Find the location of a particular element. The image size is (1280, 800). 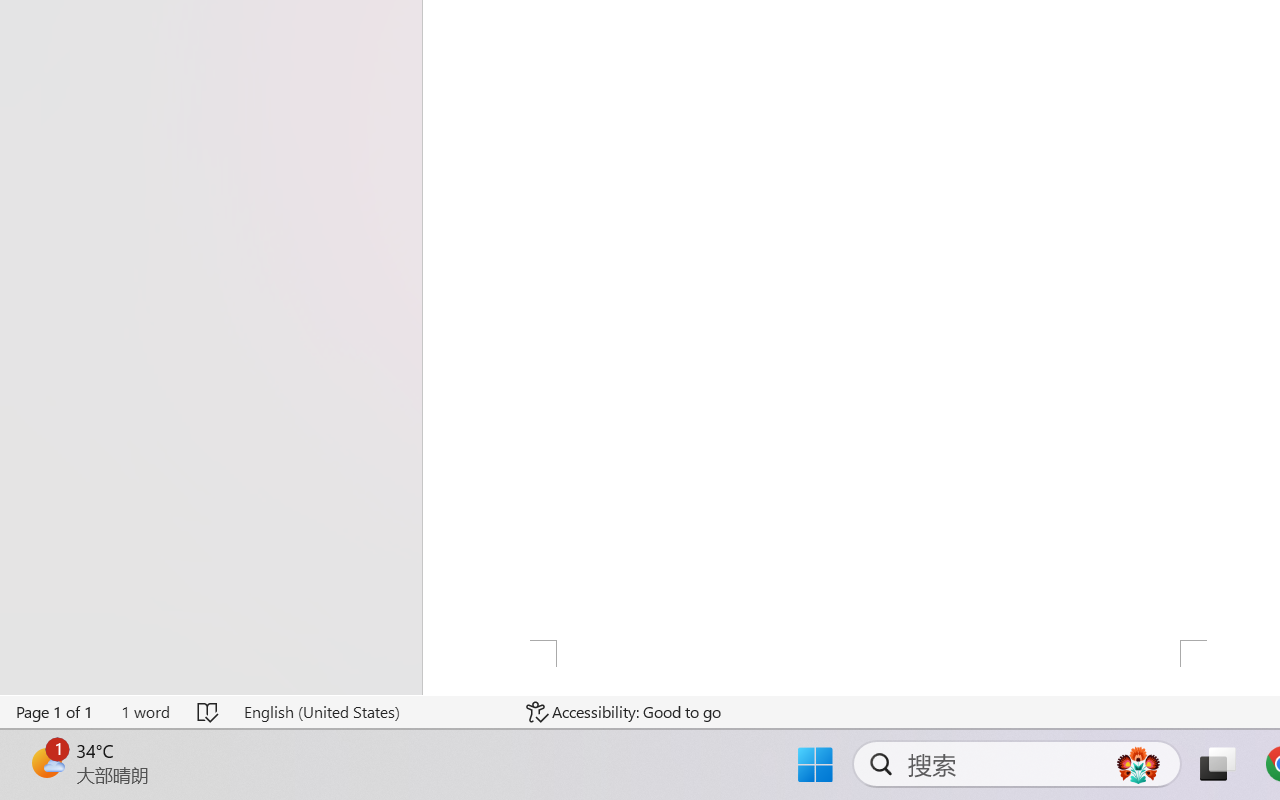

'Language English (United States)' is located at coordinates (371, 711).